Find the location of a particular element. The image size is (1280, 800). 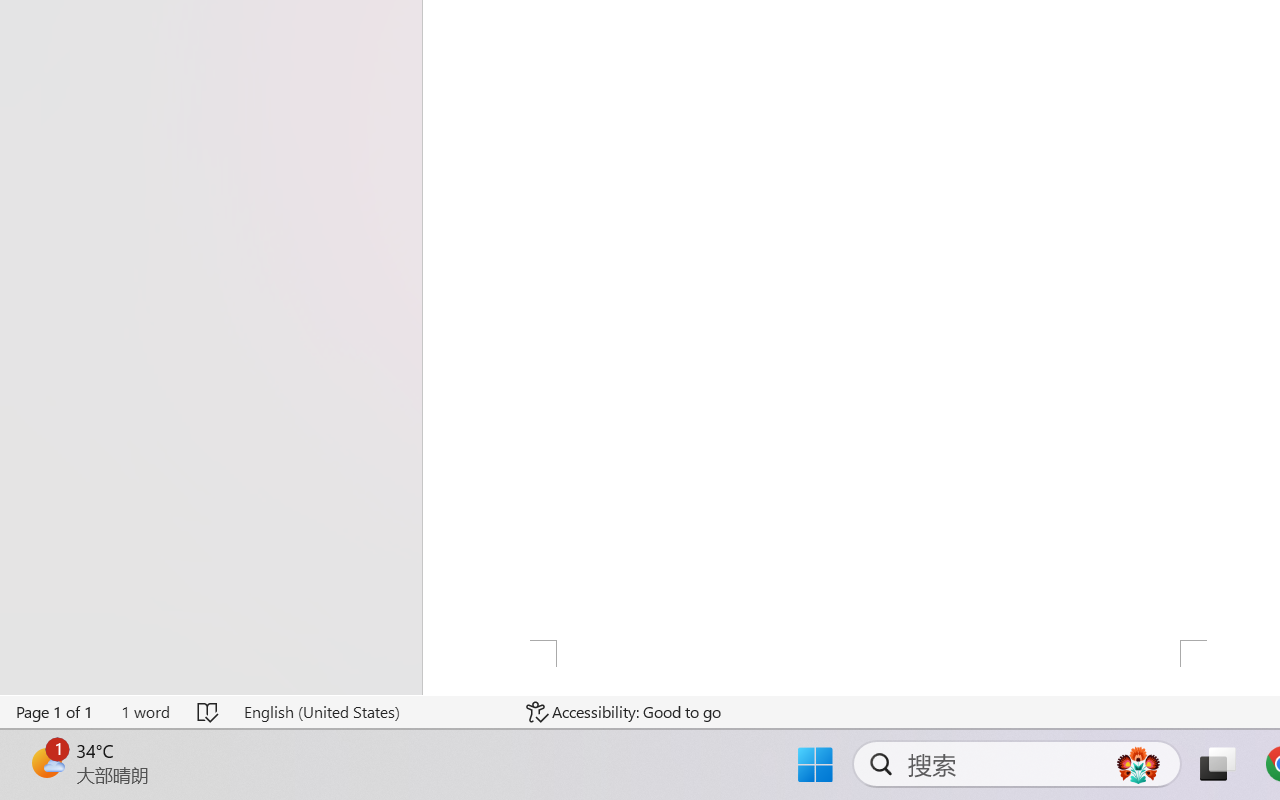

'Language English (United States)' is located at coordinates (371, 711).